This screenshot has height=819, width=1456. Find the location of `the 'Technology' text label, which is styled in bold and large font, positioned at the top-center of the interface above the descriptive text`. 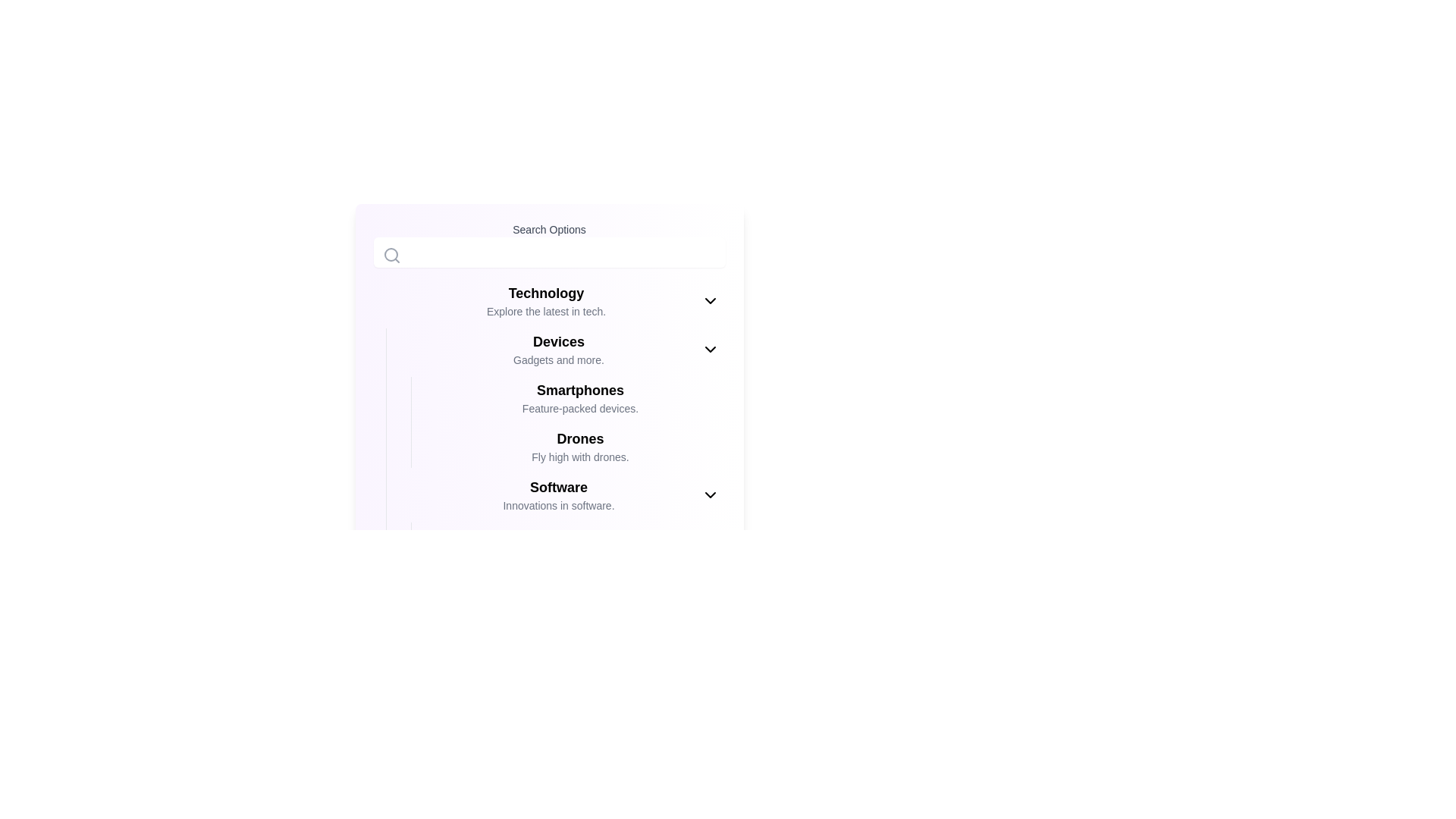

the 'Technology' text label, which is styled in bold and large font, positioned at the top-center of the interface above the descriptive text is located at coordinates (546, 293).